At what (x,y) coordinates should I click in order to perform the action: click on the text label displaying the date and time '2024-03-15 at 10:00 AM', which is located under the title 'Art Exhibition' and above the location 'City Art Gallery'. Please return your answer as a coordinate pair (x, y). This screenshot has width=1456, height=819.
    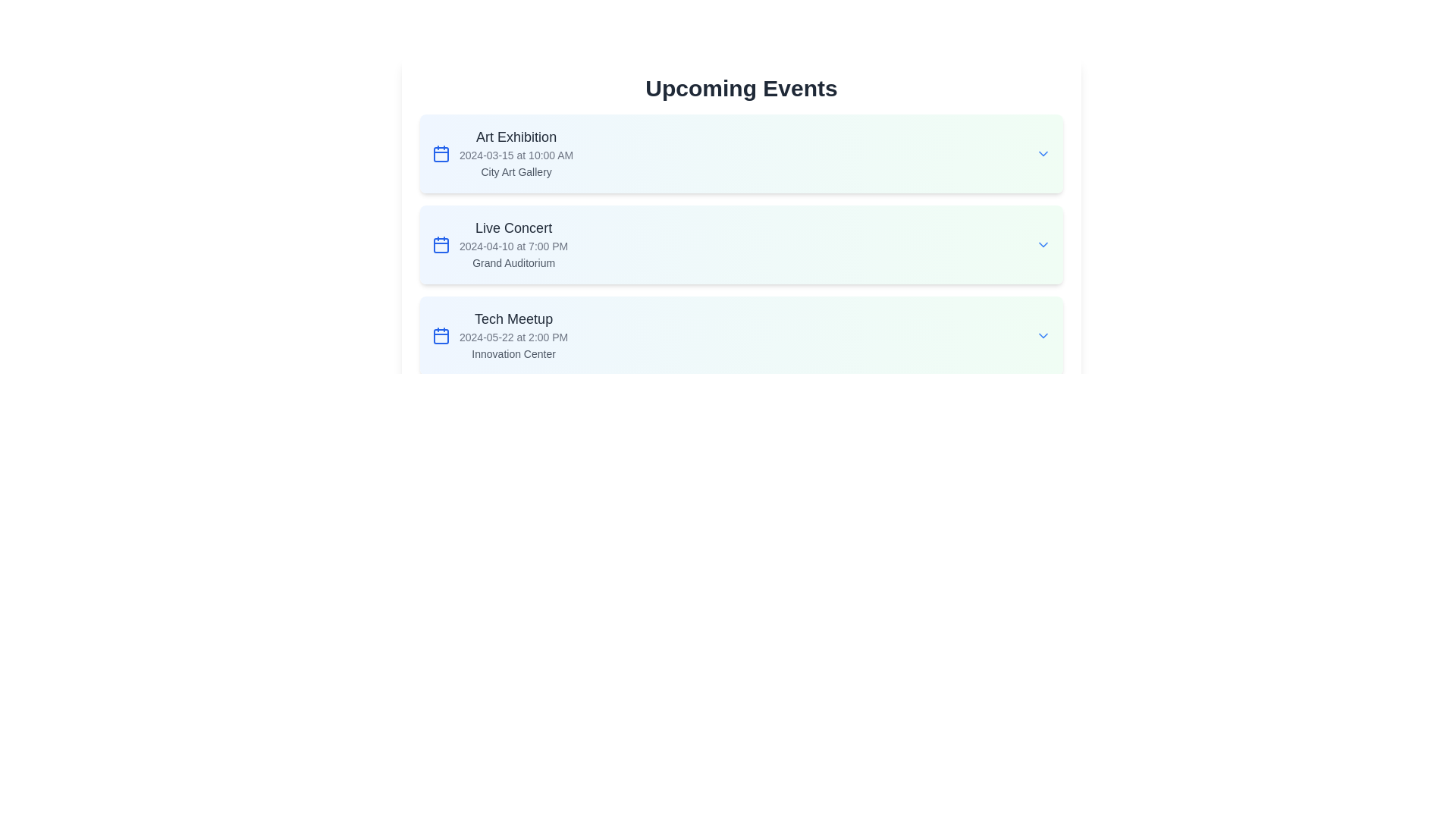
    Looking at the image, I should click on (516, 155).